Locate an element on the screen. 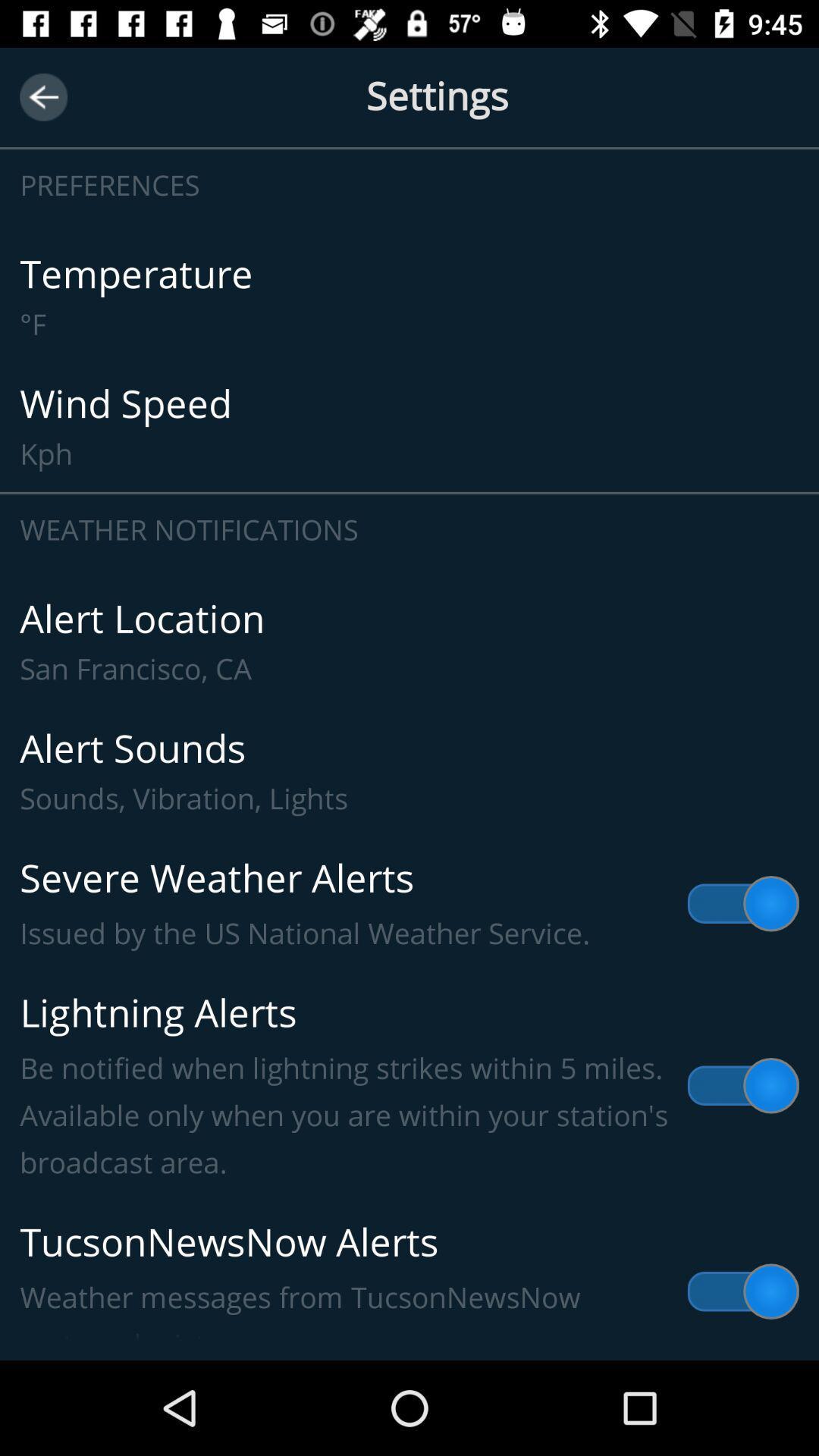  the text which says settings is located at coordinates (409, 113).